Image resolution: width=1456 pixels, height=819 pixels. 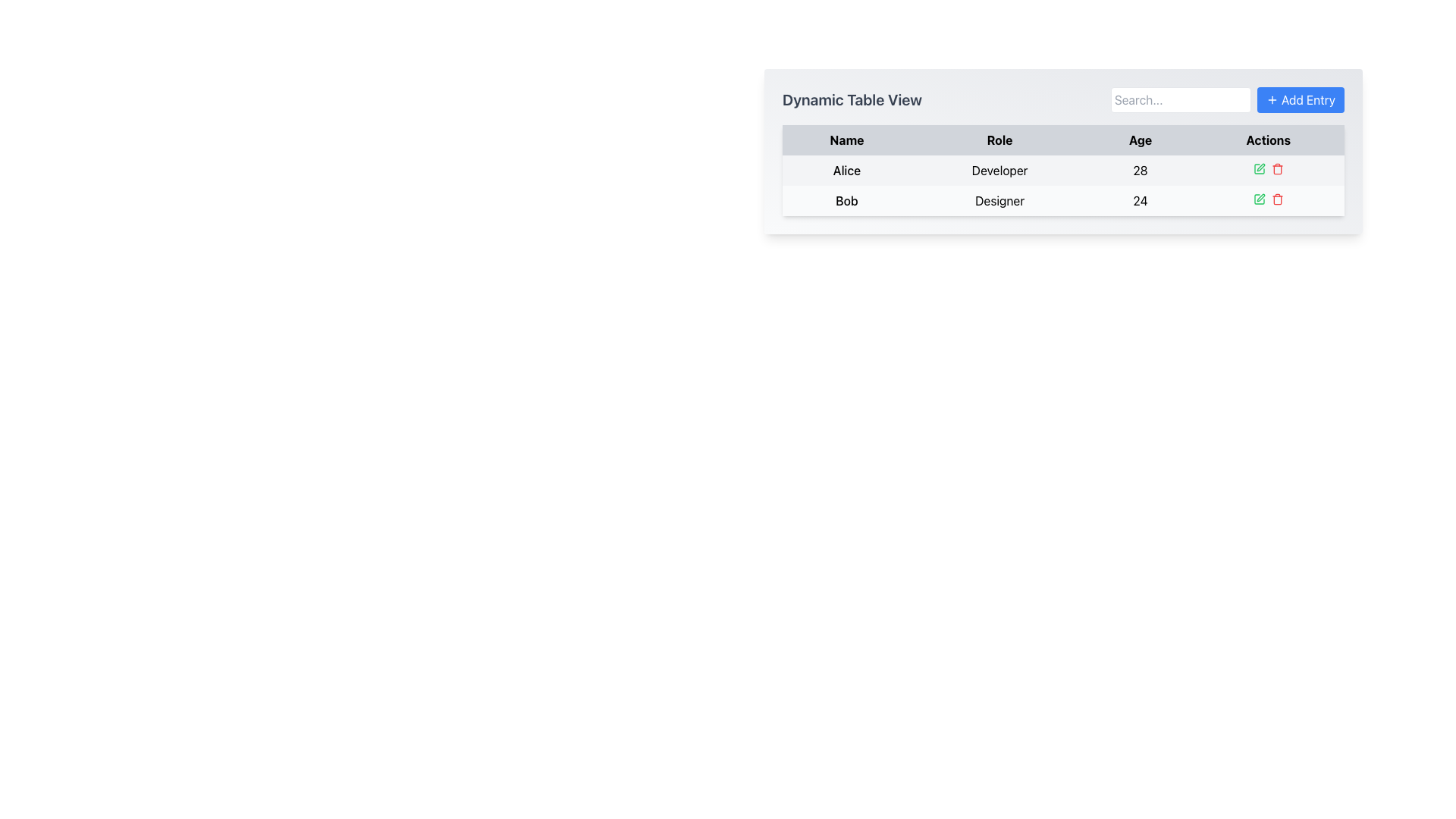 What do you see at coordinates (1272, 99) in the screenshot?
I see `the icon located in the top-right corner of the interface, which is part of the 'Add Entry' button` at bounding box center [1272, 99].